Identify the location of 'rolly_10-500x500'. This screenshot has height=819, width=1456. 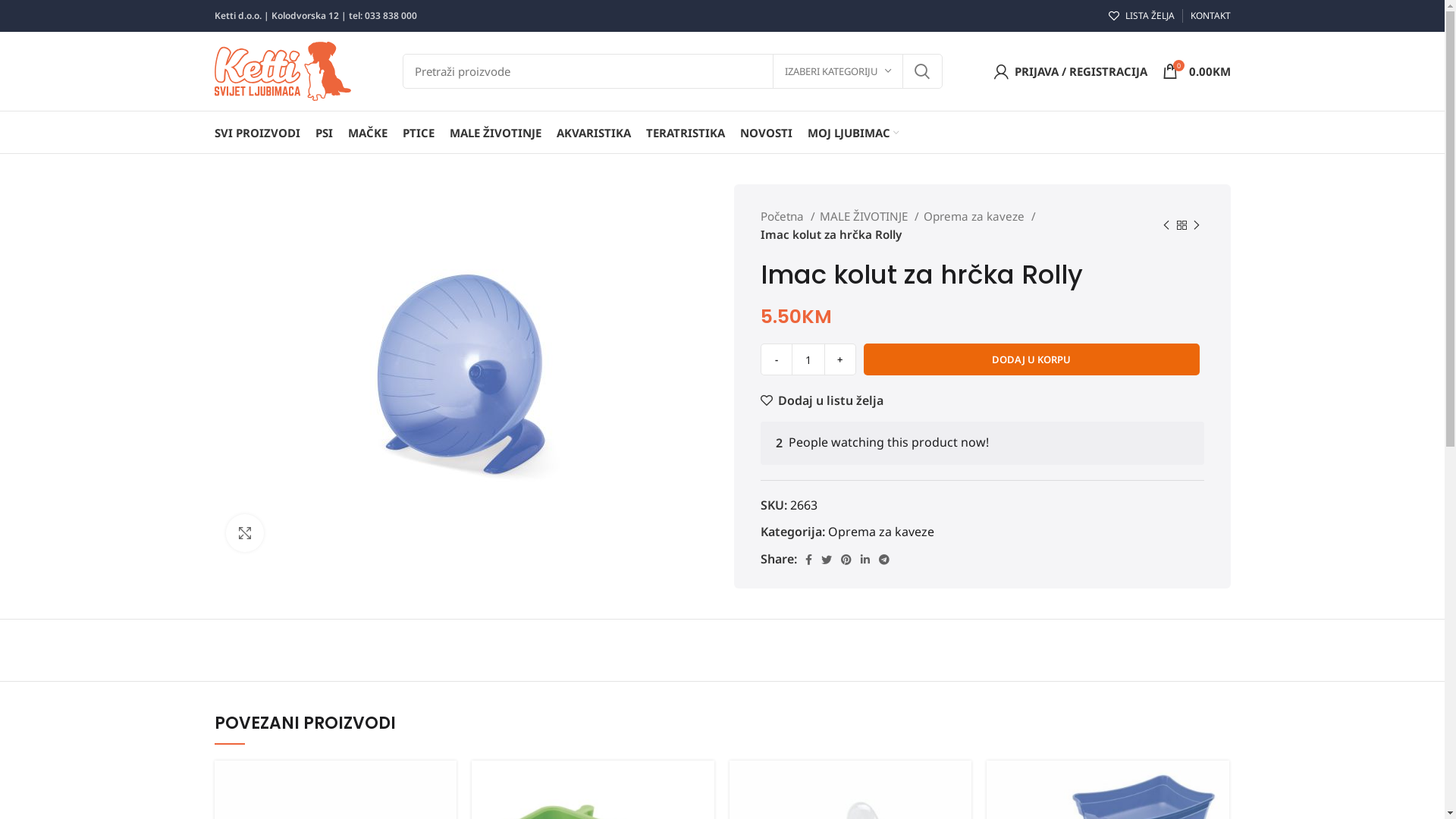
(461, 374).